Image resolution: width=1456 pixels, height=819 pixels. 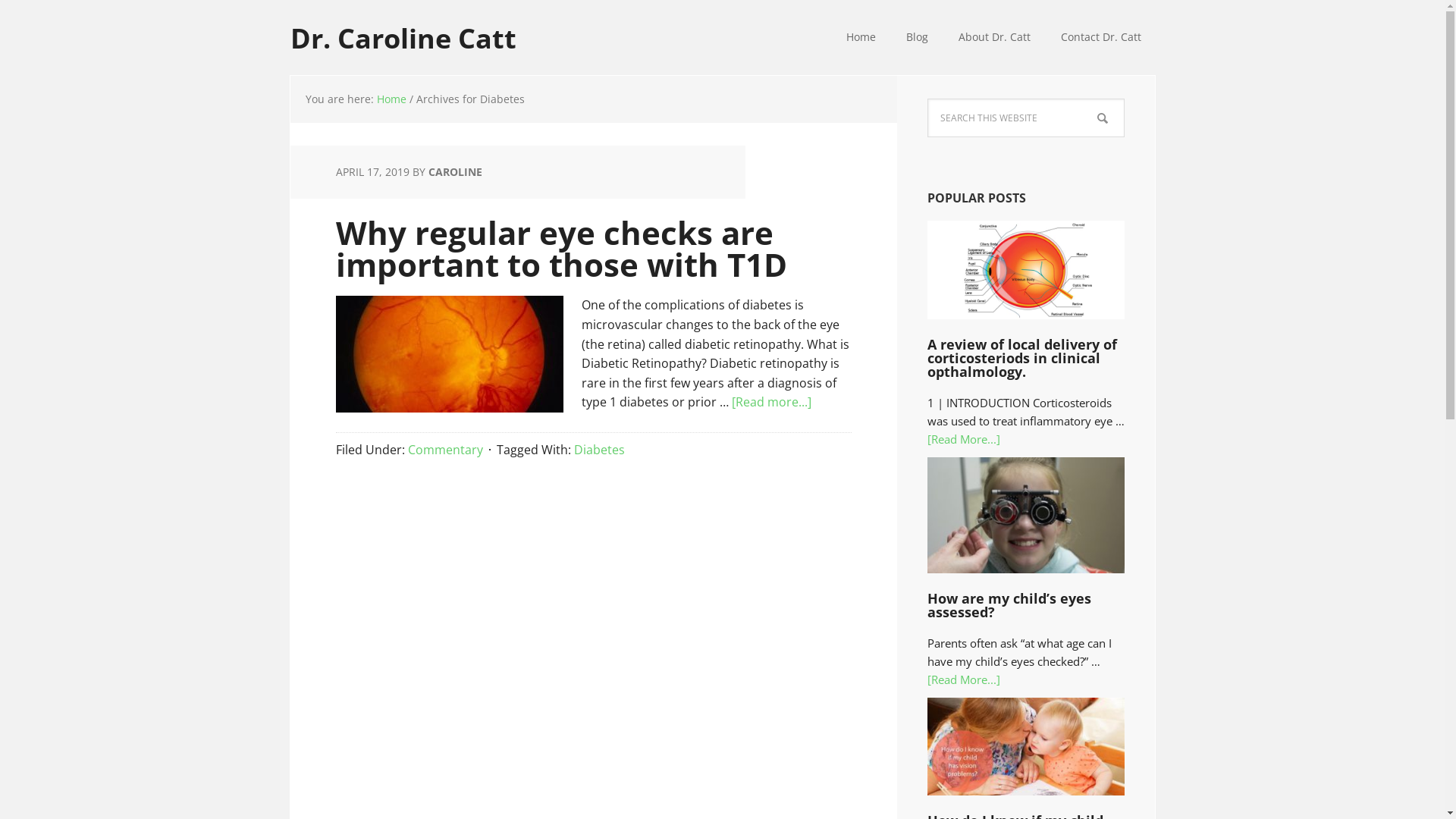 I want to click on 'Contact Dr. Catt', so click(x=1100, y=36).